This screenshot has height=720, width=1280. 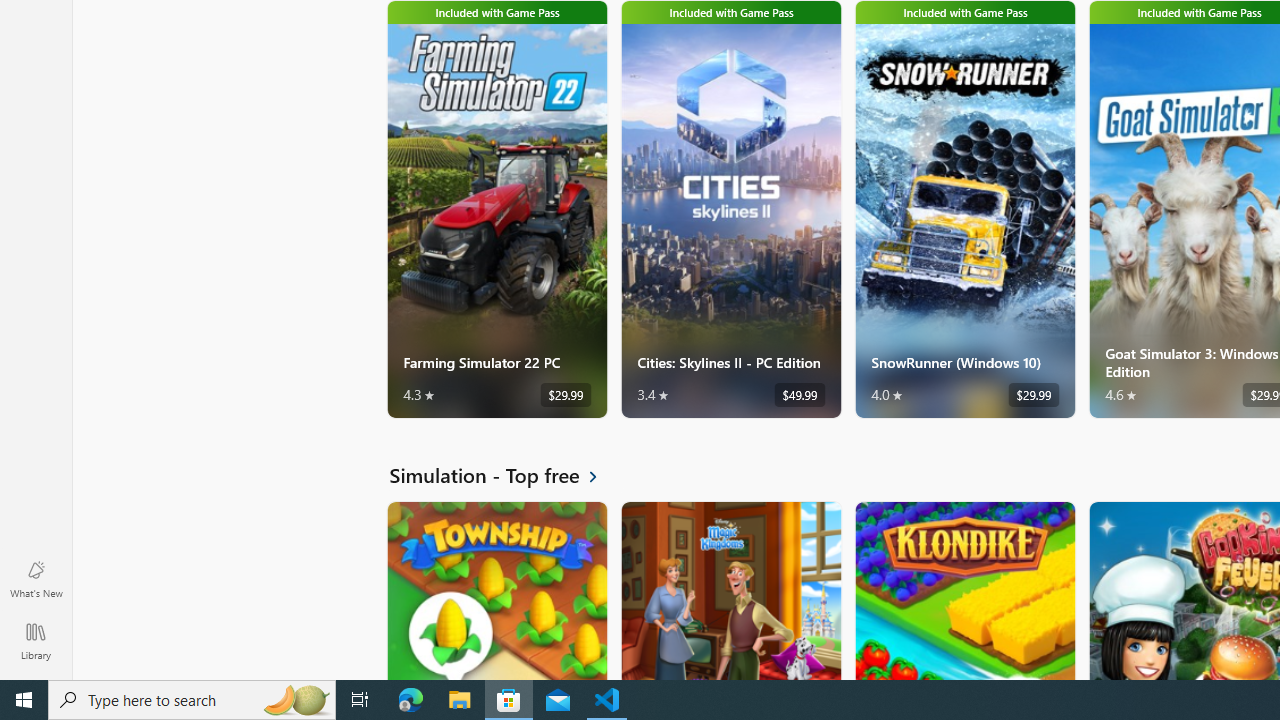 What do you see at coordinates (35, 640) in the screenshot?
I see `'Library'` at bounding box center [35, 640].